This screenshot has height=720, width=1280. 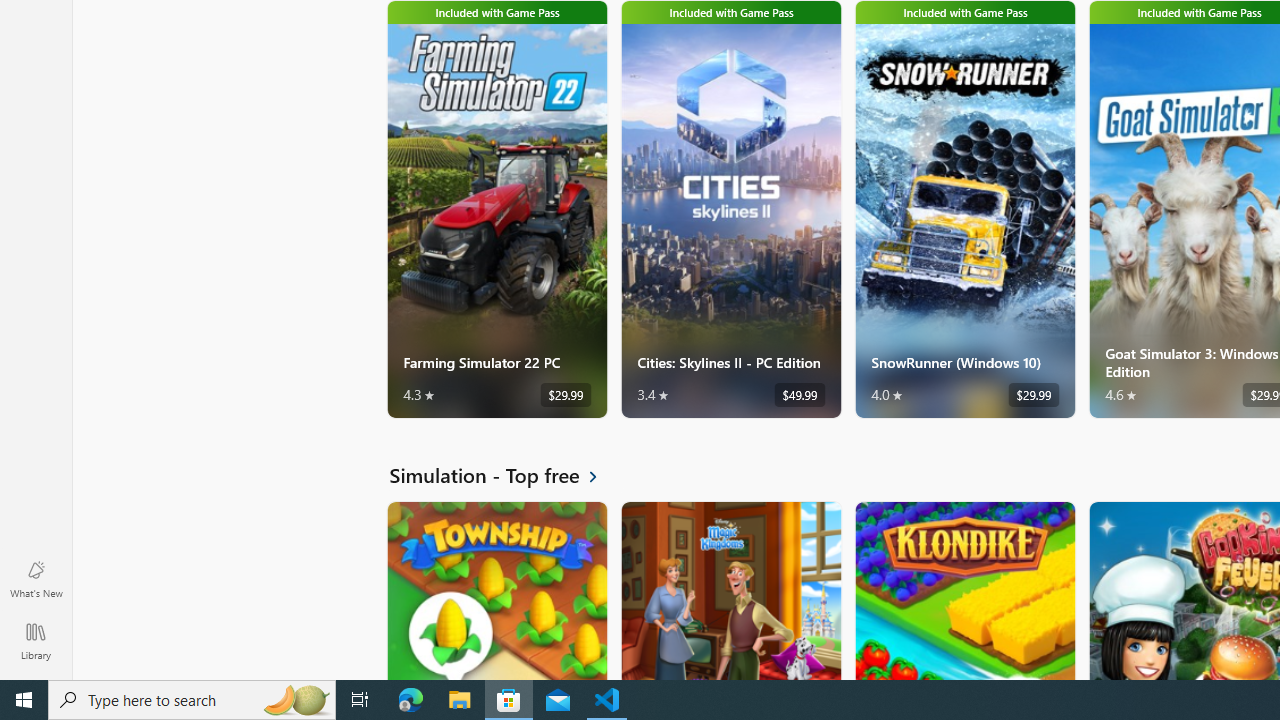 What do you see at coordinates (35, 640) in the screenshot?
I see `'Library'` at bounding box center [35, 640].